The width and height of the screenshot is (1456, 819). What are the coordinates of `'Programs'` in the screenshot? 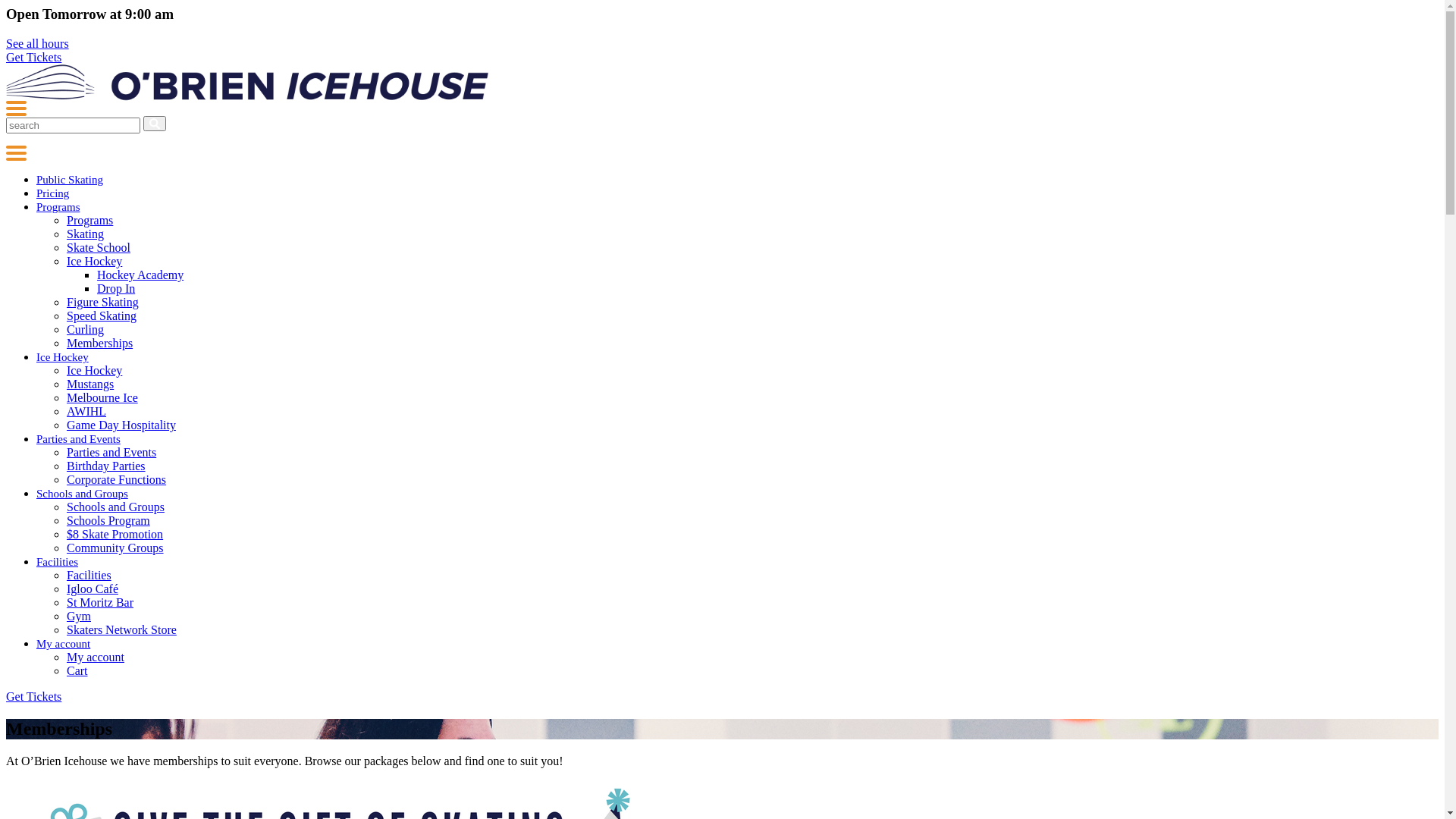 It's located at (58, 207).